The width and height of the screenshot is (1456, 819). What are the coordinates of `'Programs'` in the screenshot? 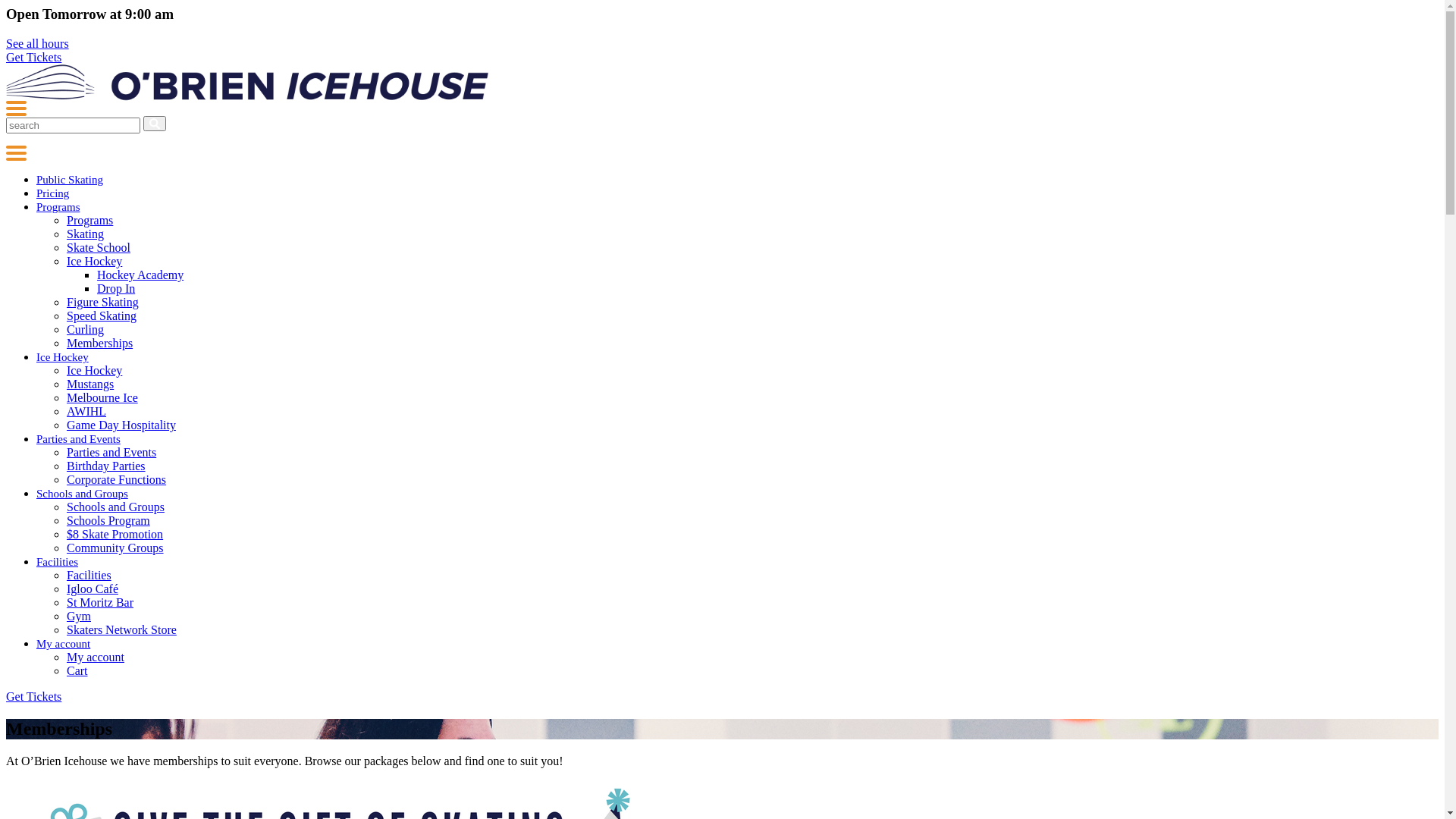 It's located at (58, 207).